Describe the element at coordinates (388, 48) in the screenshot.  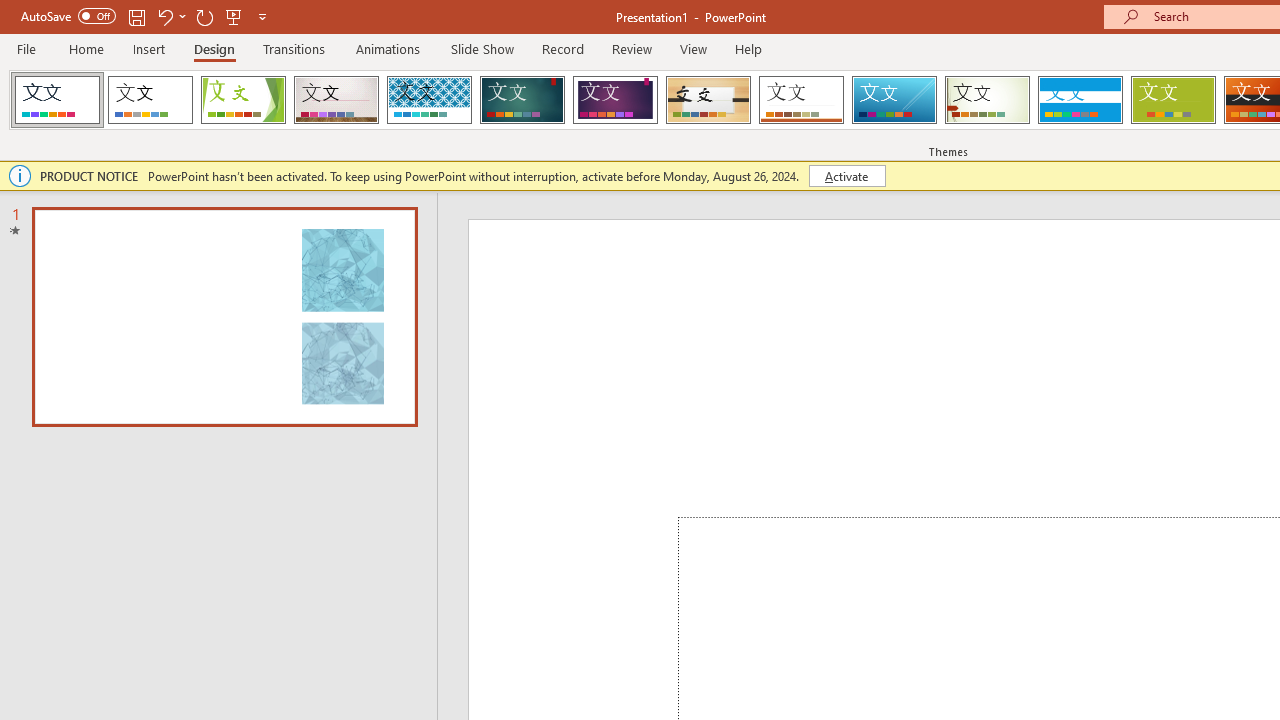
I see `'Animations'` at that location.